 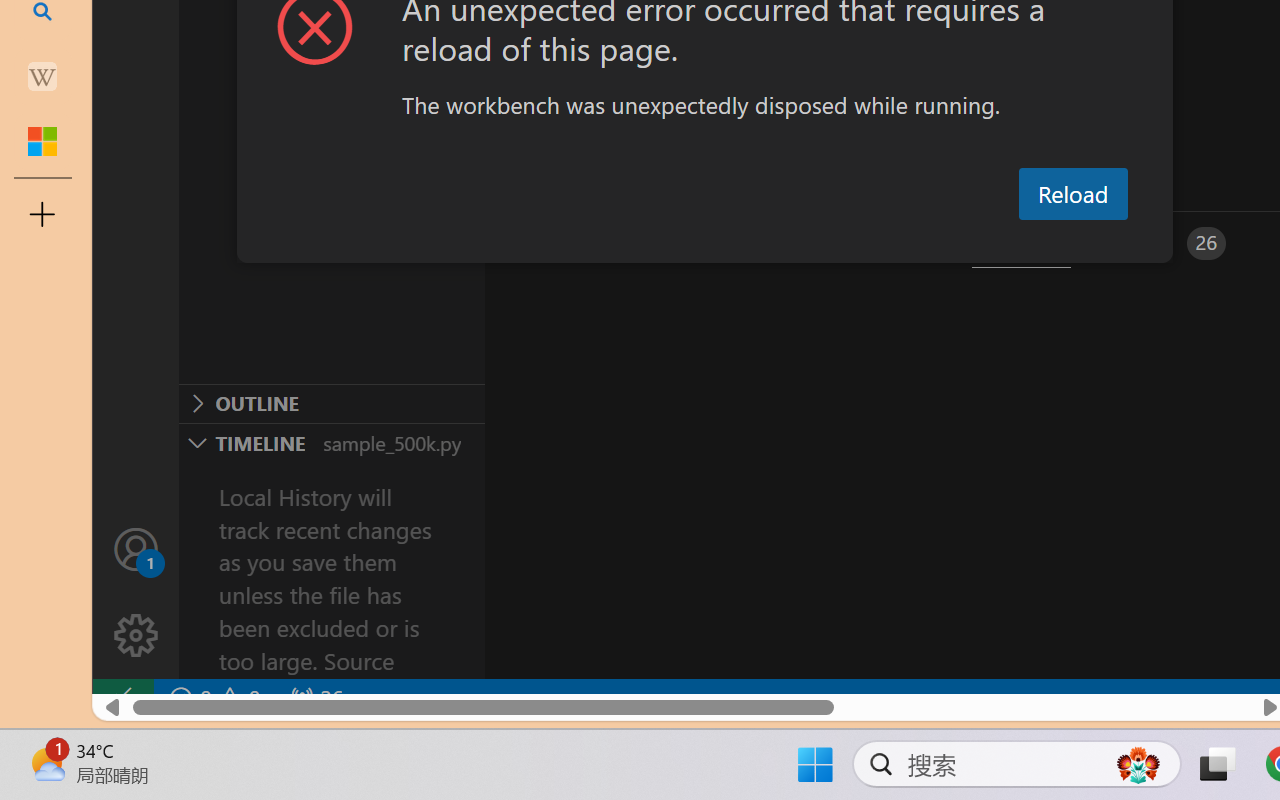 I want to click on 'Timeline Section', so click(x=331, y=441).